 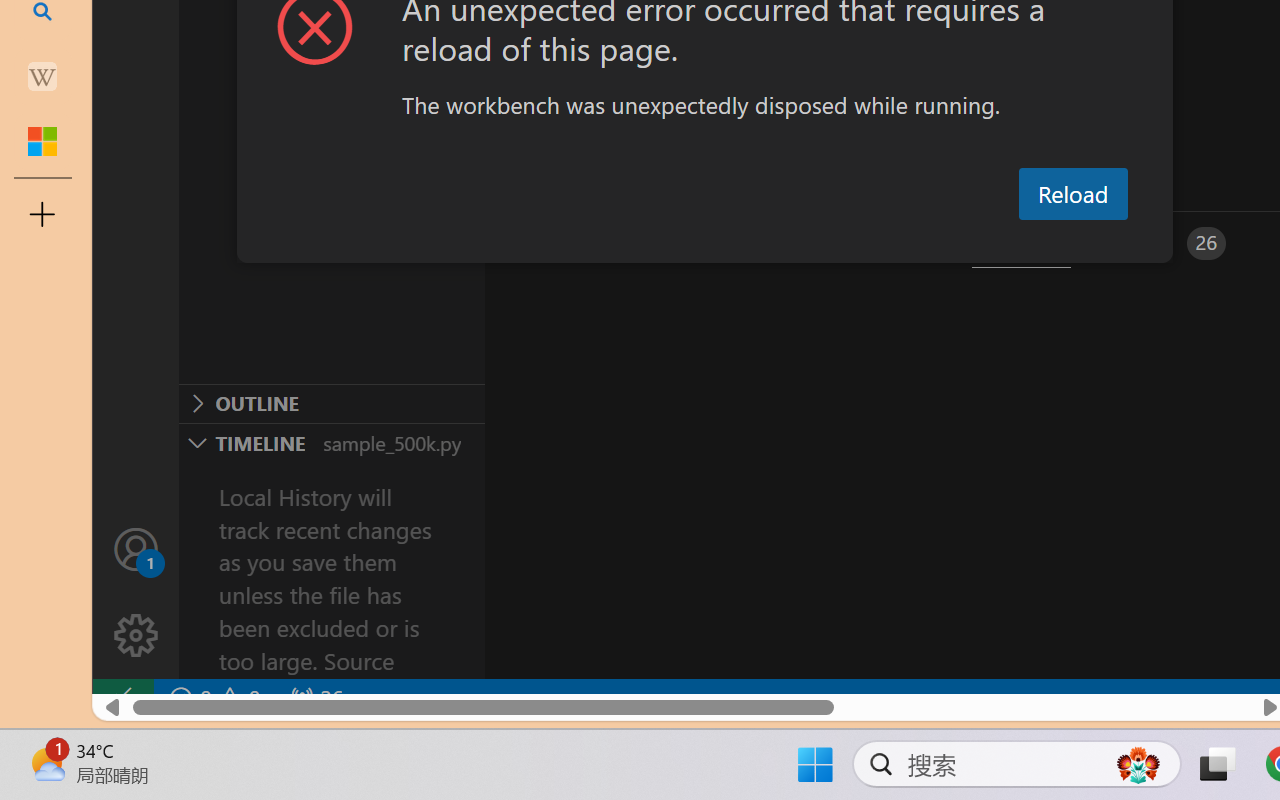 I want to click on 'Timeline Section', so click(x=331, y=441).